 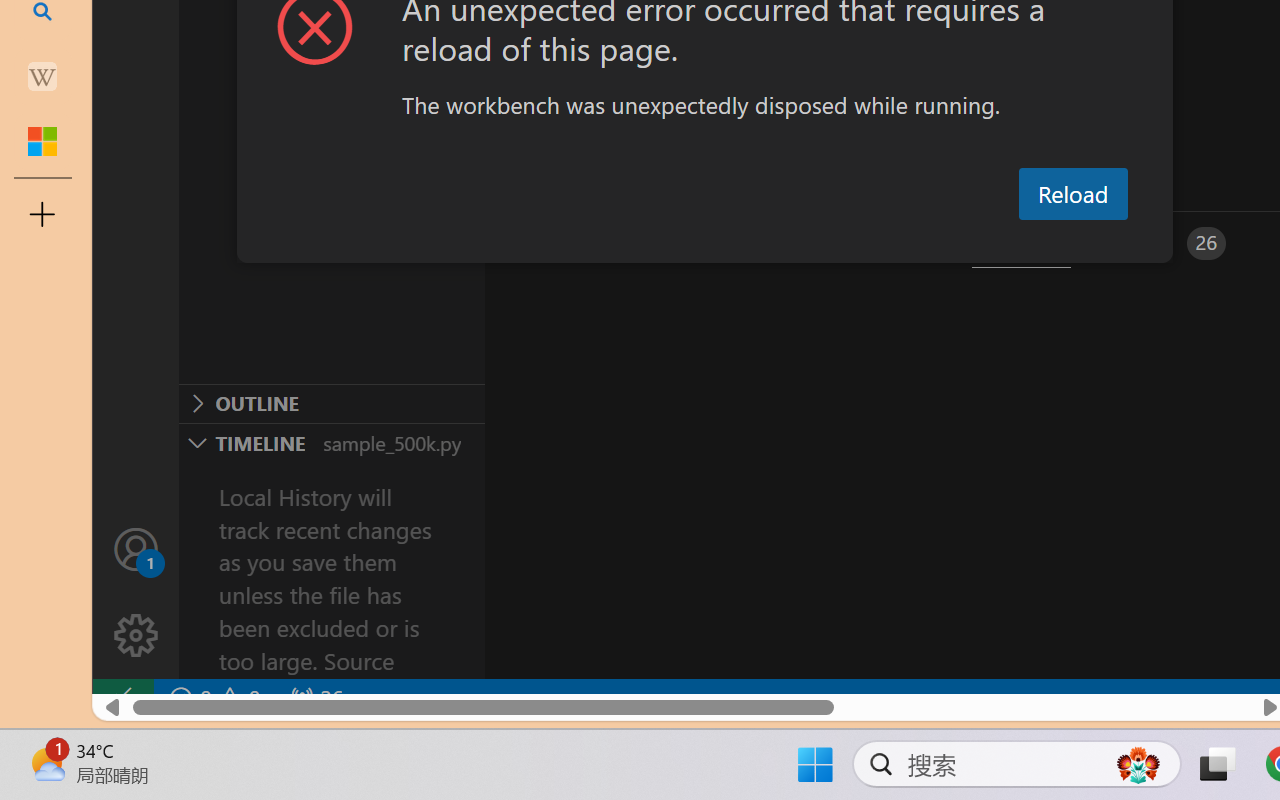 I want to click on 'Timeline Section', so click(x=331, y=441).